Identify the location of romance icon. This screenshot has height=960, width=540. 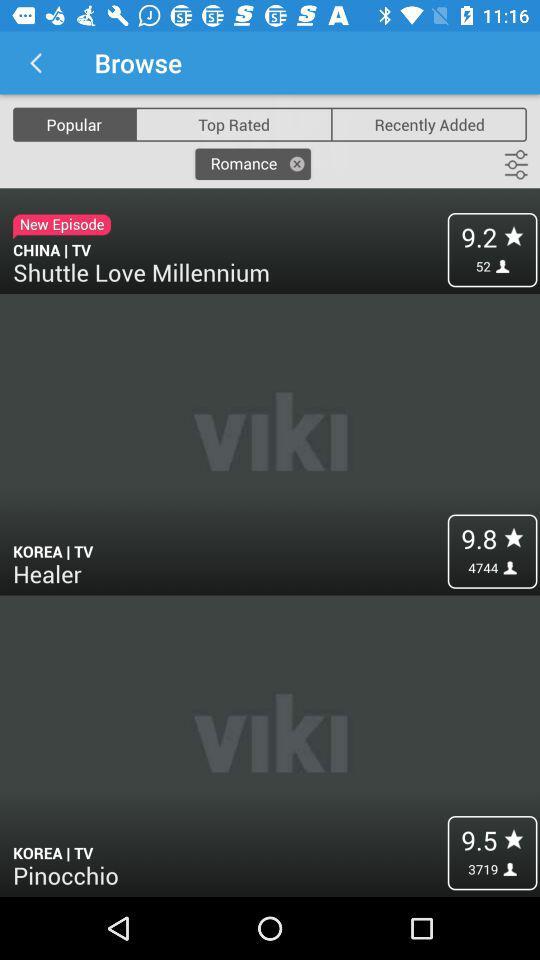
(253, 163).